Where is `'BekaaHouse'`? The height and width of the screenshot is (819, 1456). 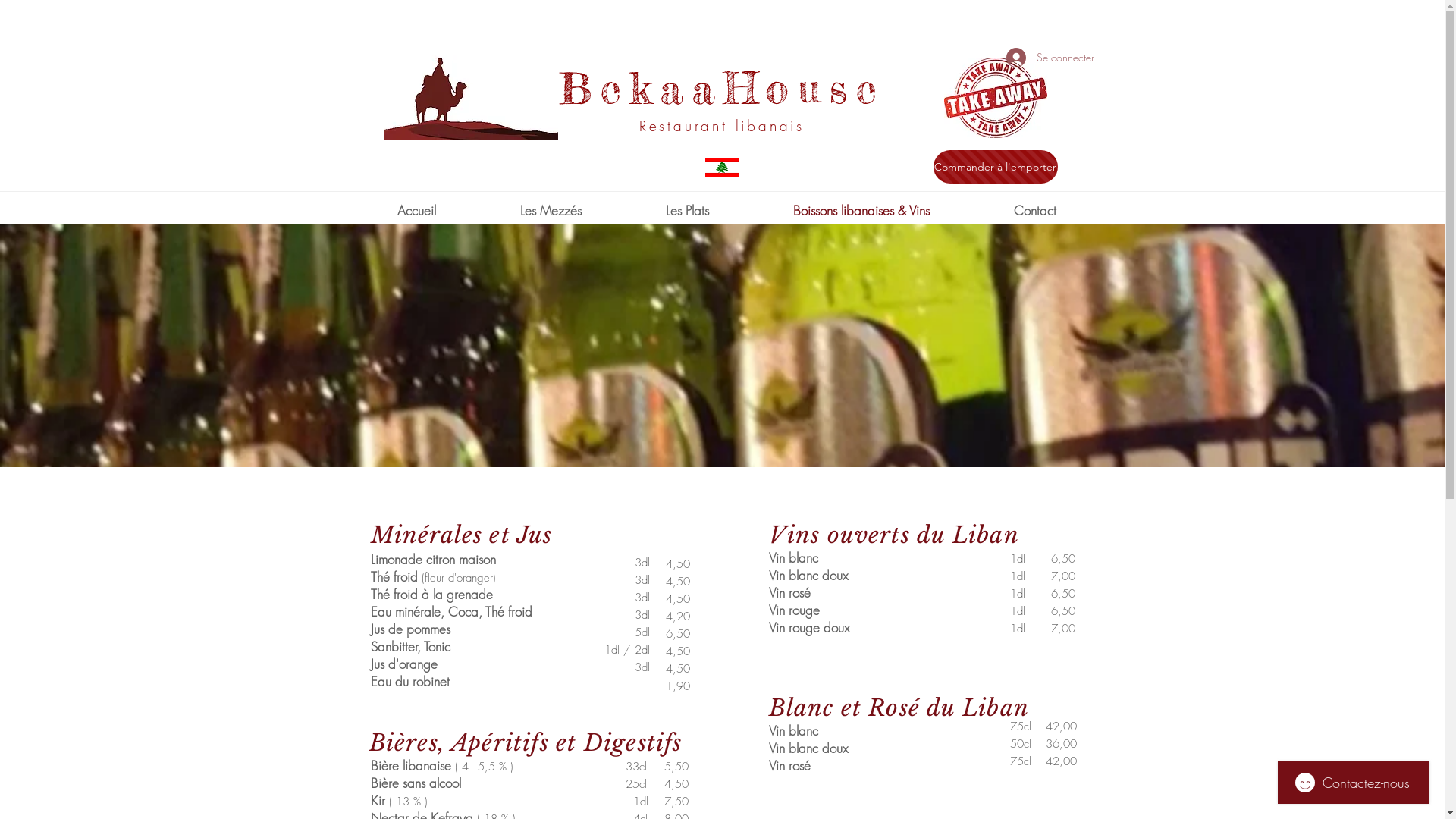
'BekaaHouse' is located at coordinates (720, 87).